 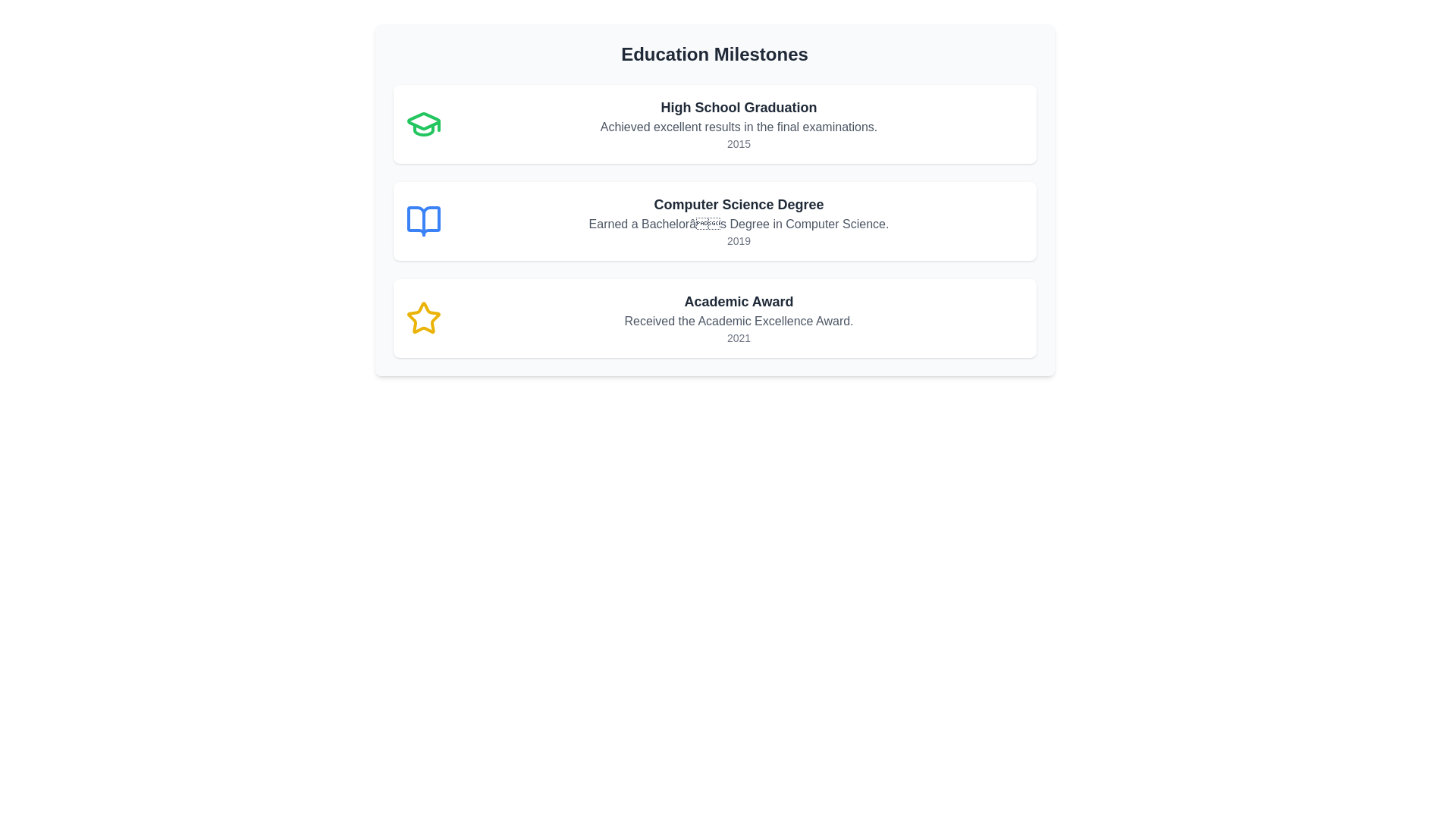 I want to click on the green graduation cap icon located at the top-left part of the 'High School Graduation' card, so click(x=423, y=124).